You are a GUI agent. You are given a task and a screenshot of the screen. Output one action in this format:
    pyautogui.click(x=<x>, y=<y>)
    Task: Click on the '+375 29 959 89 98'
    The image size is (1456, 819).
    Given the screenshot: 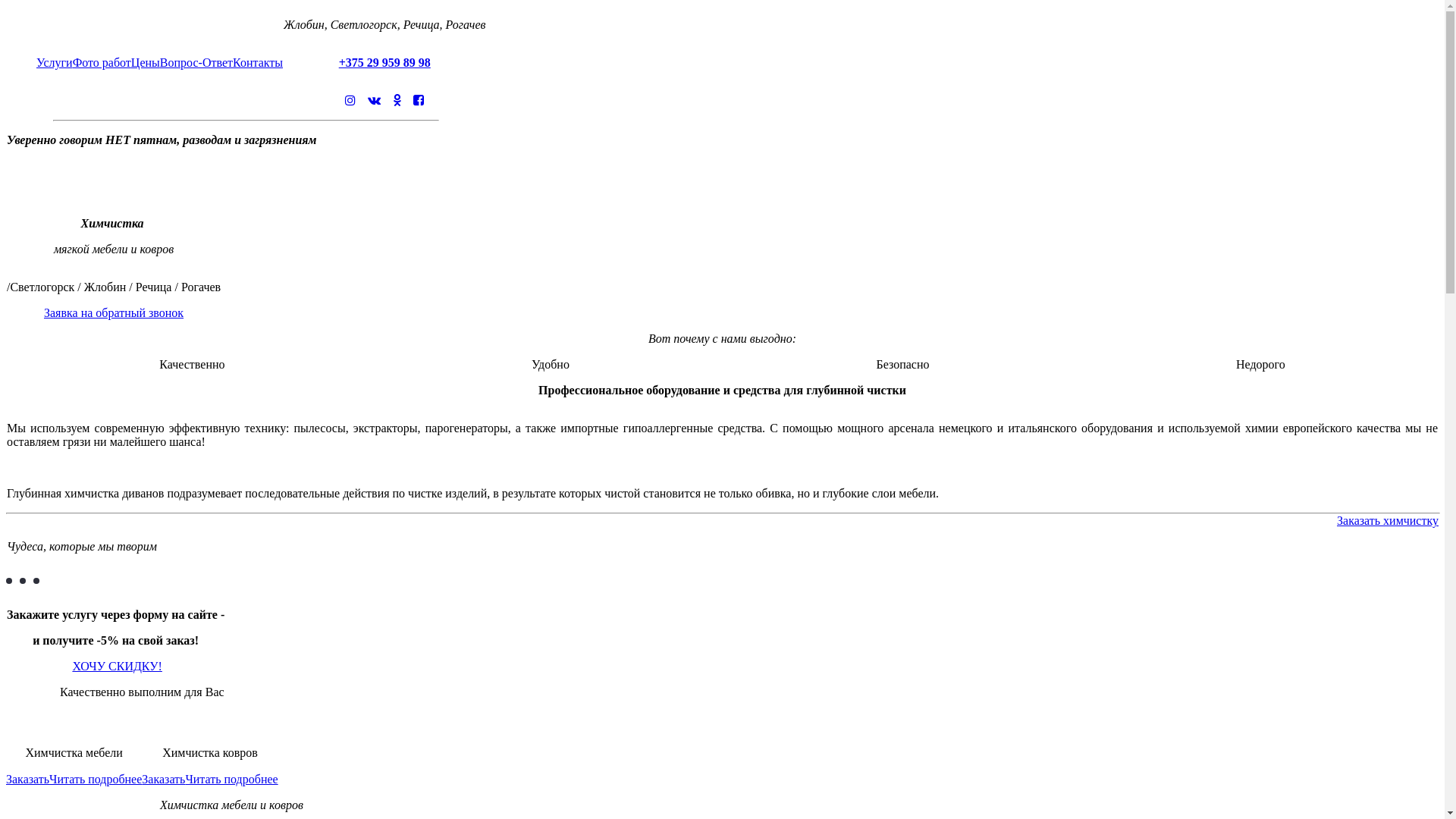 What is the action you would take?
    pyautogui.click(x=384, y=61)
    